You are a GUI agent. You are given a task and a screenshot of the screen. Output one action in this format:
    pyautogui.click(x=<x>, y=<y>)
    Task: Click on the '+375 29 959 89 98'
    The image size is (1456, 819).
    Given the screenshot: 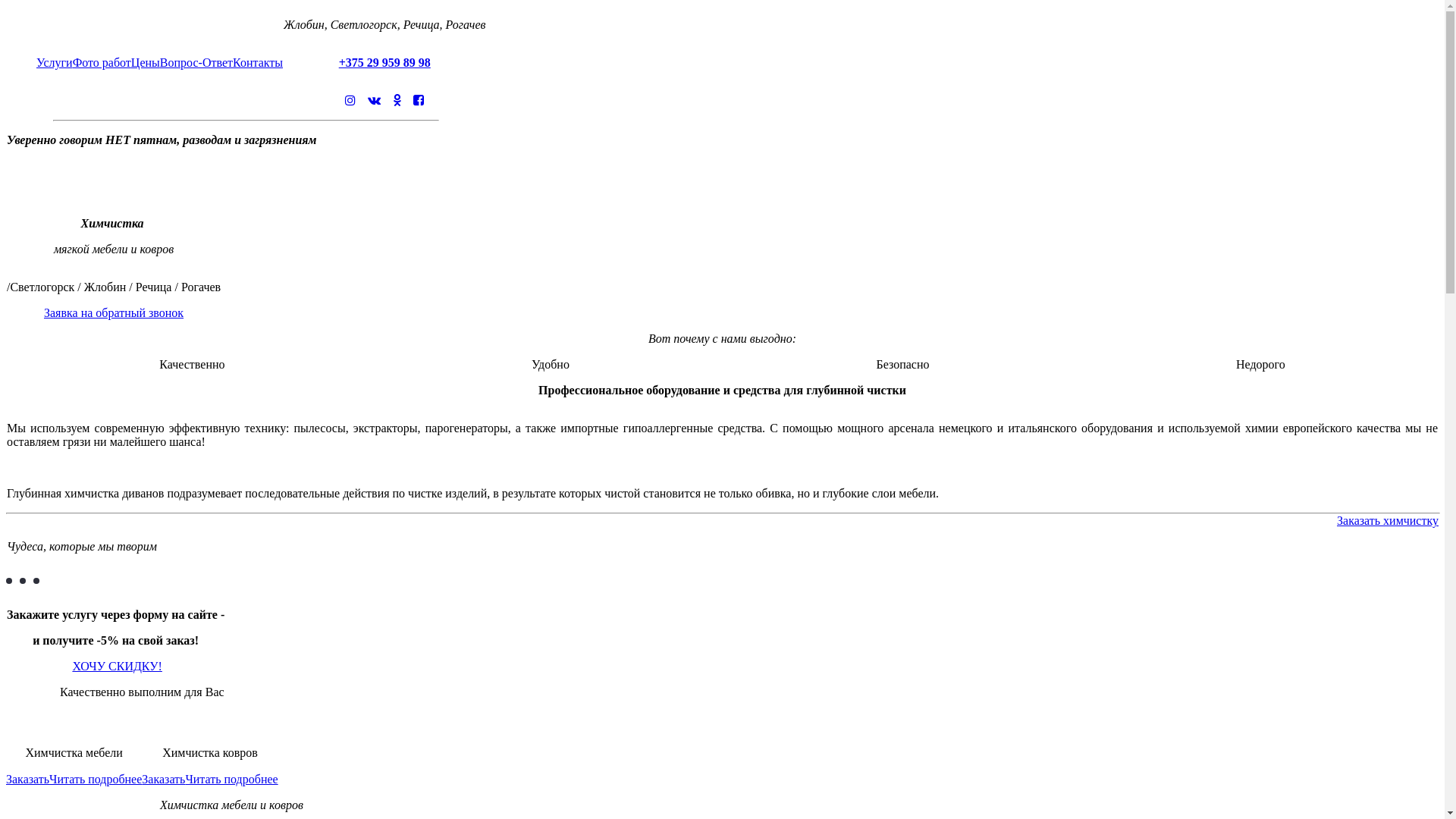 What is the action you would take?
    pyautogui.click(x=384, y=61)
    